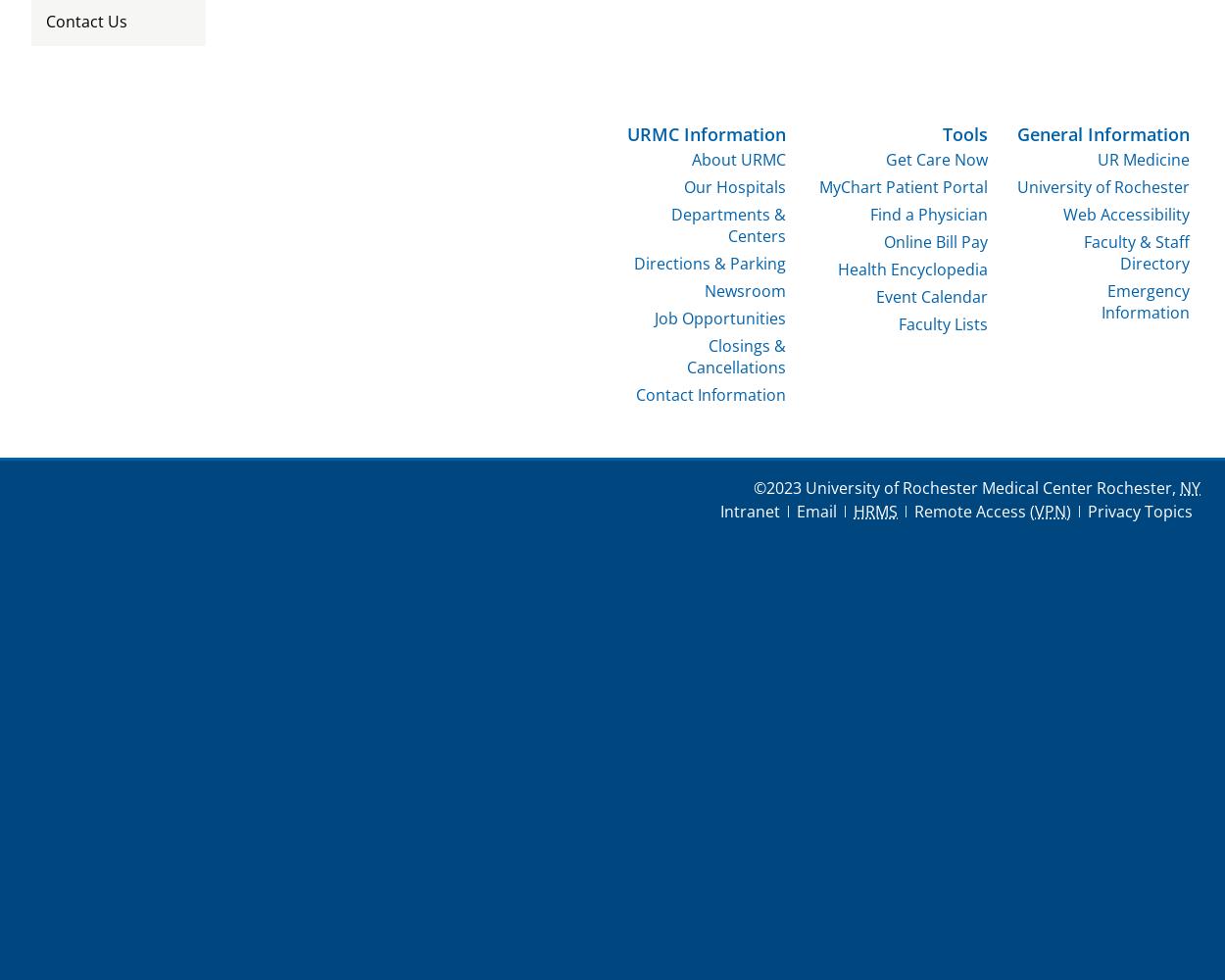 This screenshot has height=980, width=1225. I want to click on 'Email', so click(796, 511).